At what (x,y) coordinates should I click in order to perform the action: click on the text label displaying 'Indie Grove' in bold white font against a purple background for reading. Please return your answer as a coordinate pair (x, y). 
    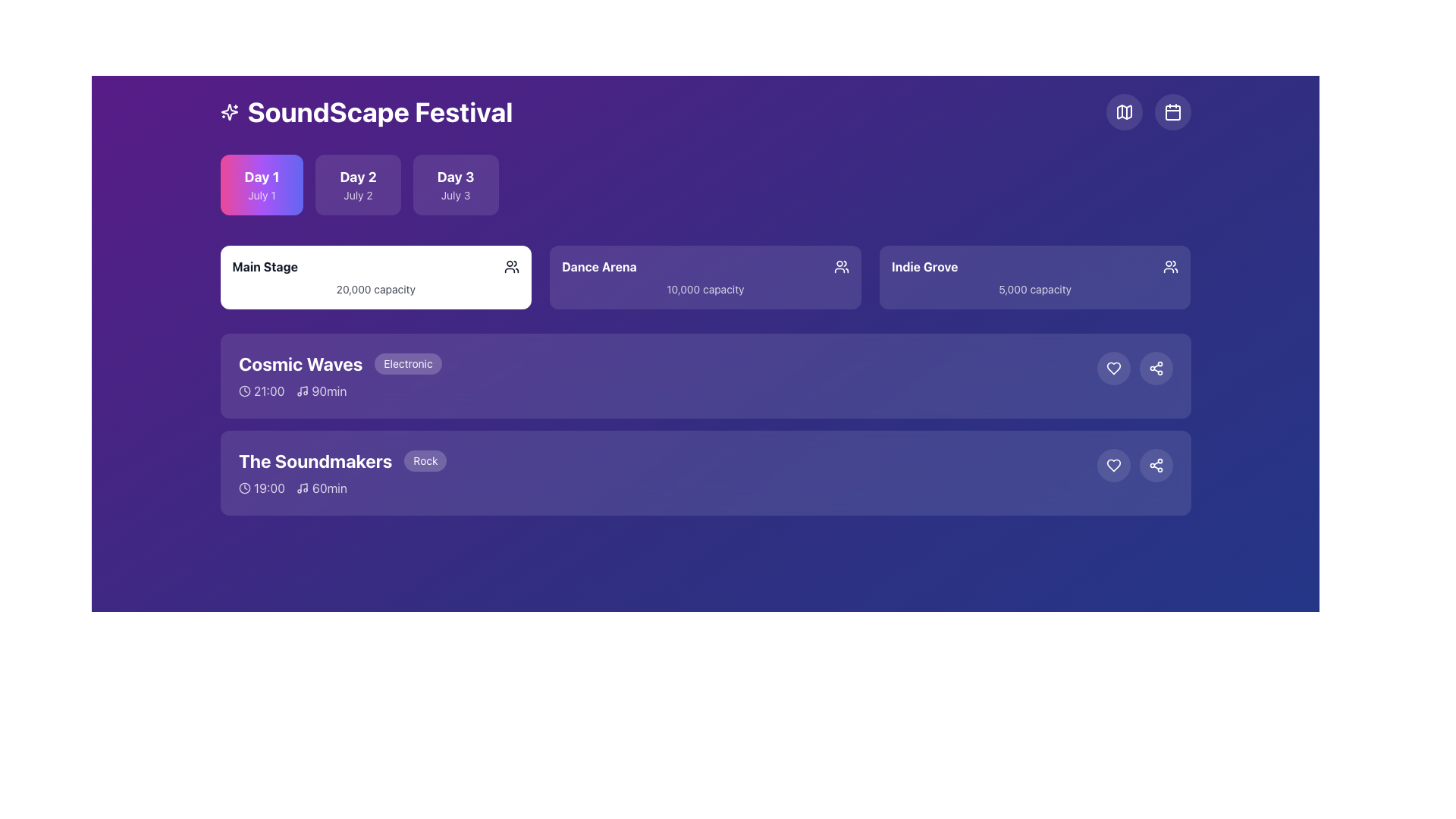
    Looking at the image, I should click on (924, 265).